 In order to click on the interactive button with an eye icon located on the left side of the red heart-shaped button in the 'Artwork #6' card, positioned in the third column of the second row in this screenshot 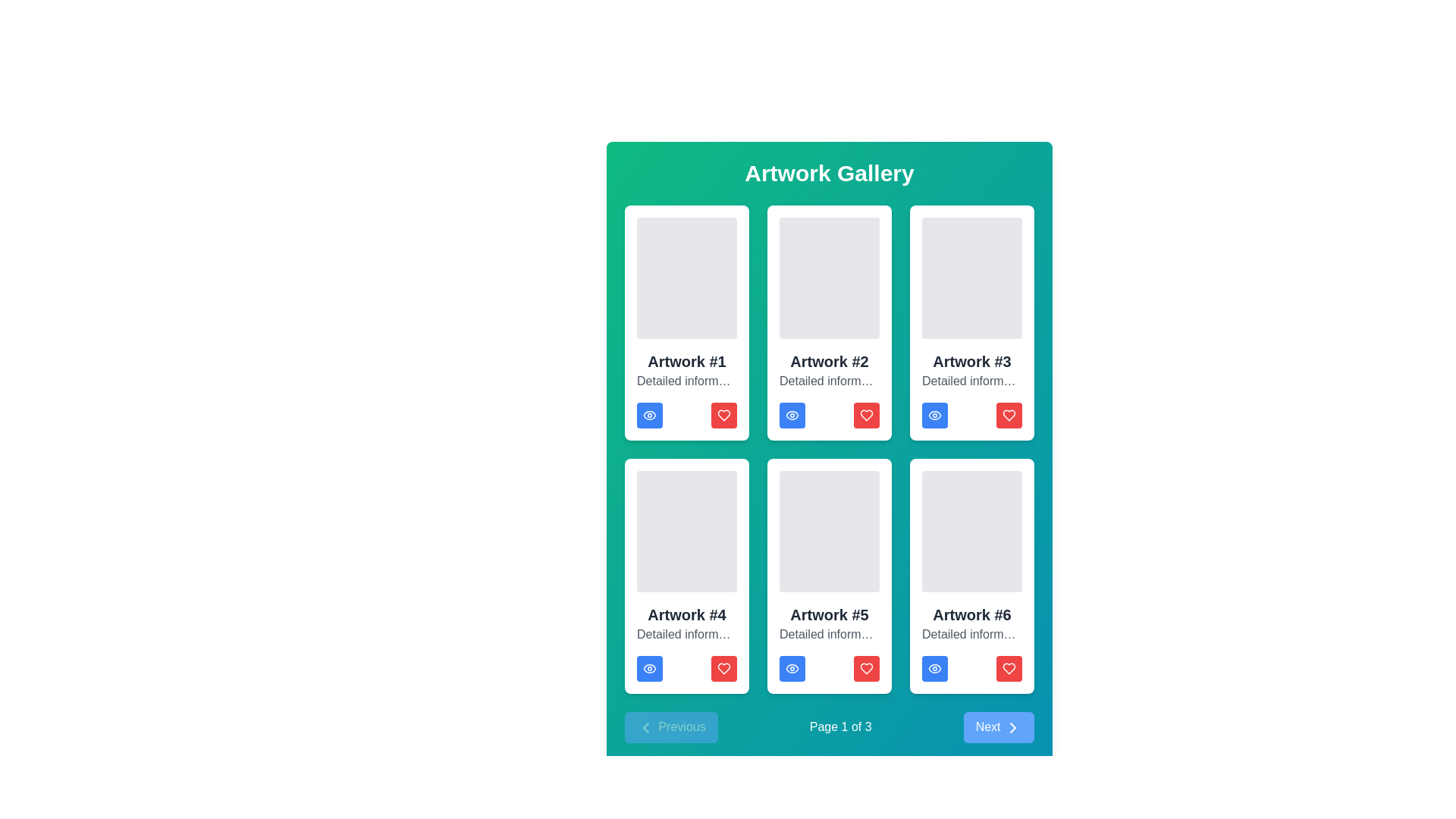, I will do `click(934, 668)`.